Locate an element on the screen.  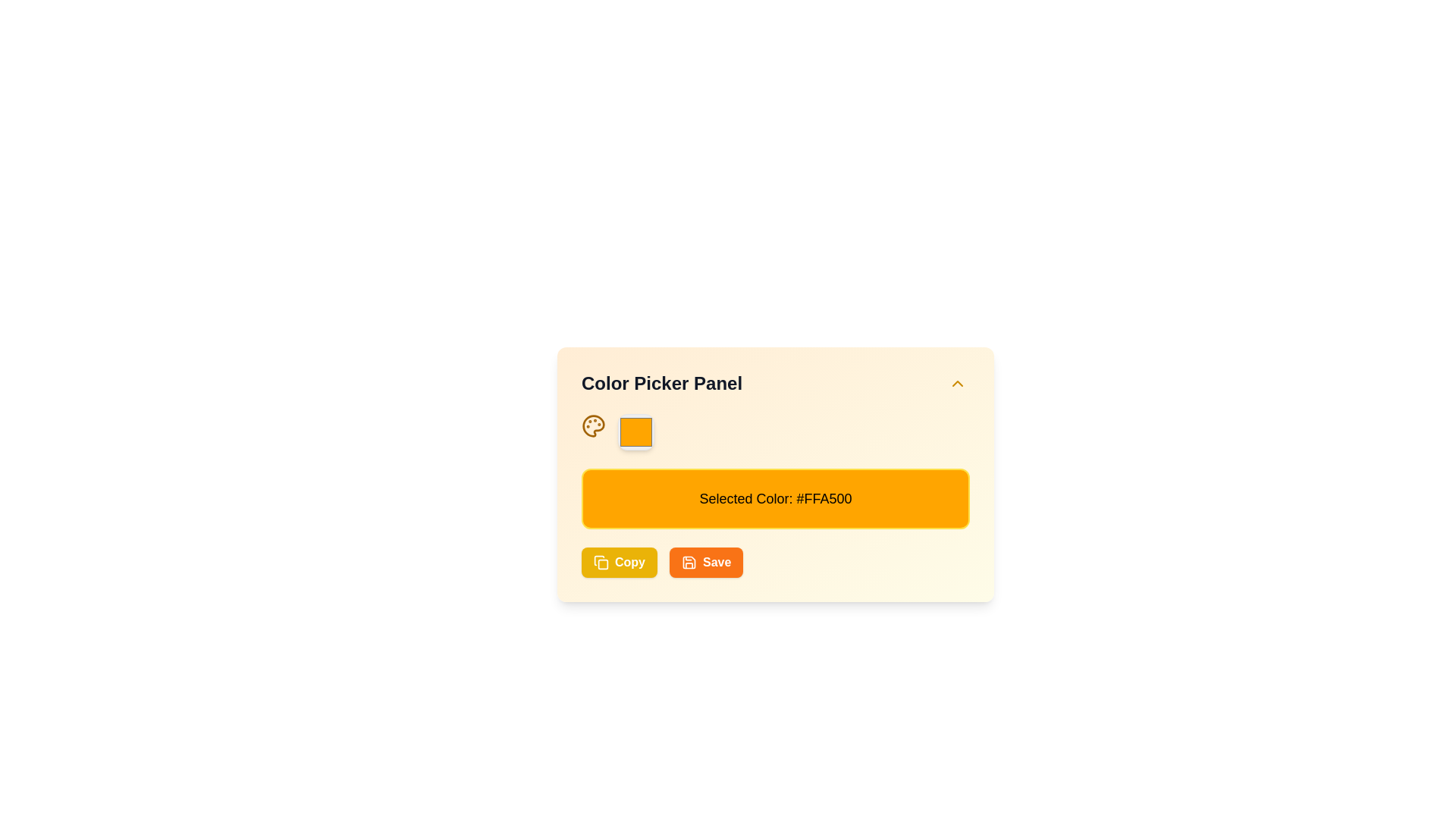
the 'Copy' button located at the bottom-left side of the panel, which features bold white text on a yellow background and is part of a button group with an icon to its left is located at coordinates (629, 562).